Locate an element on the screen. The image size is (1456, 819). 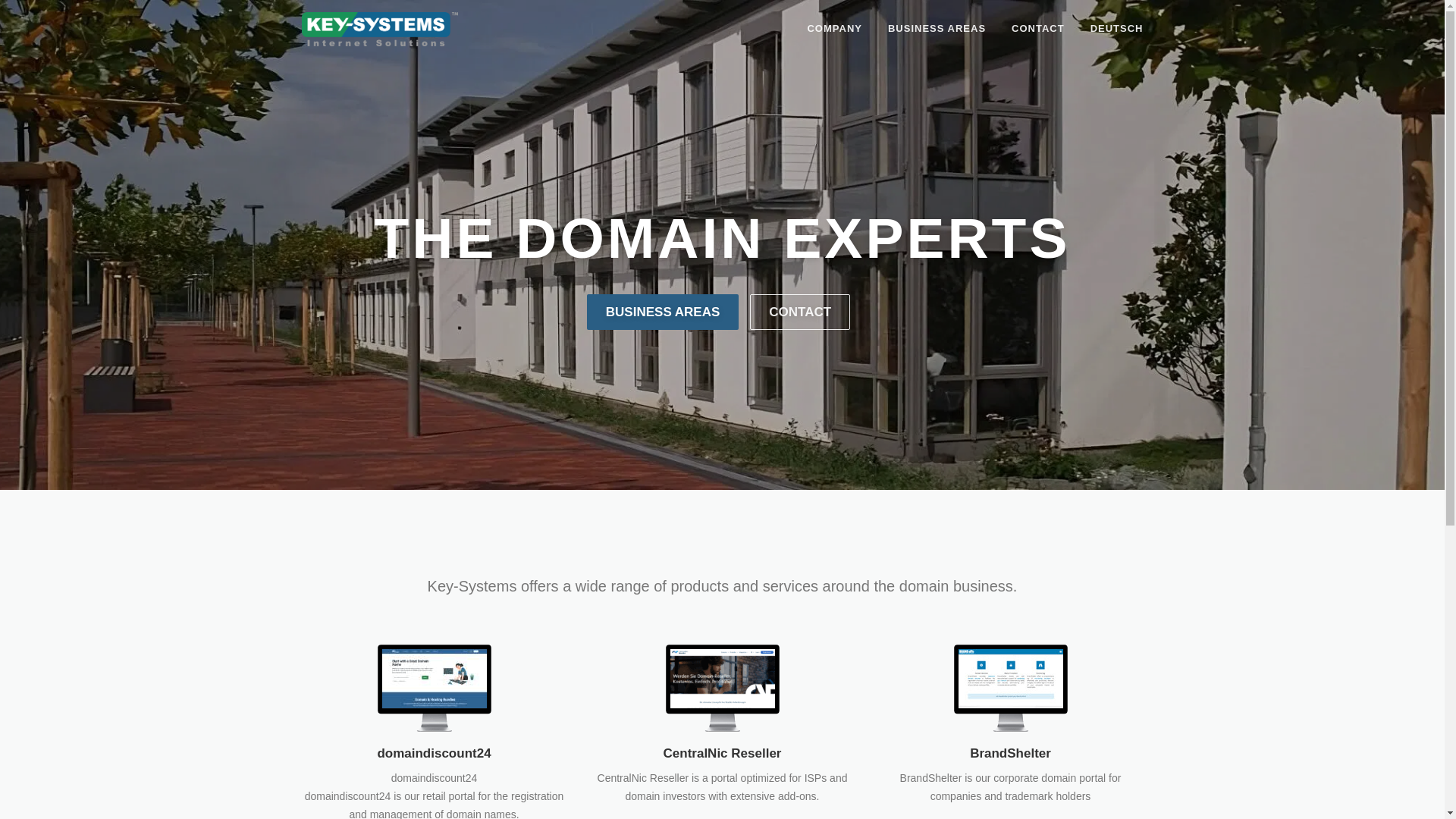
'BrandShelter' is located at coordinates (1010, 753).